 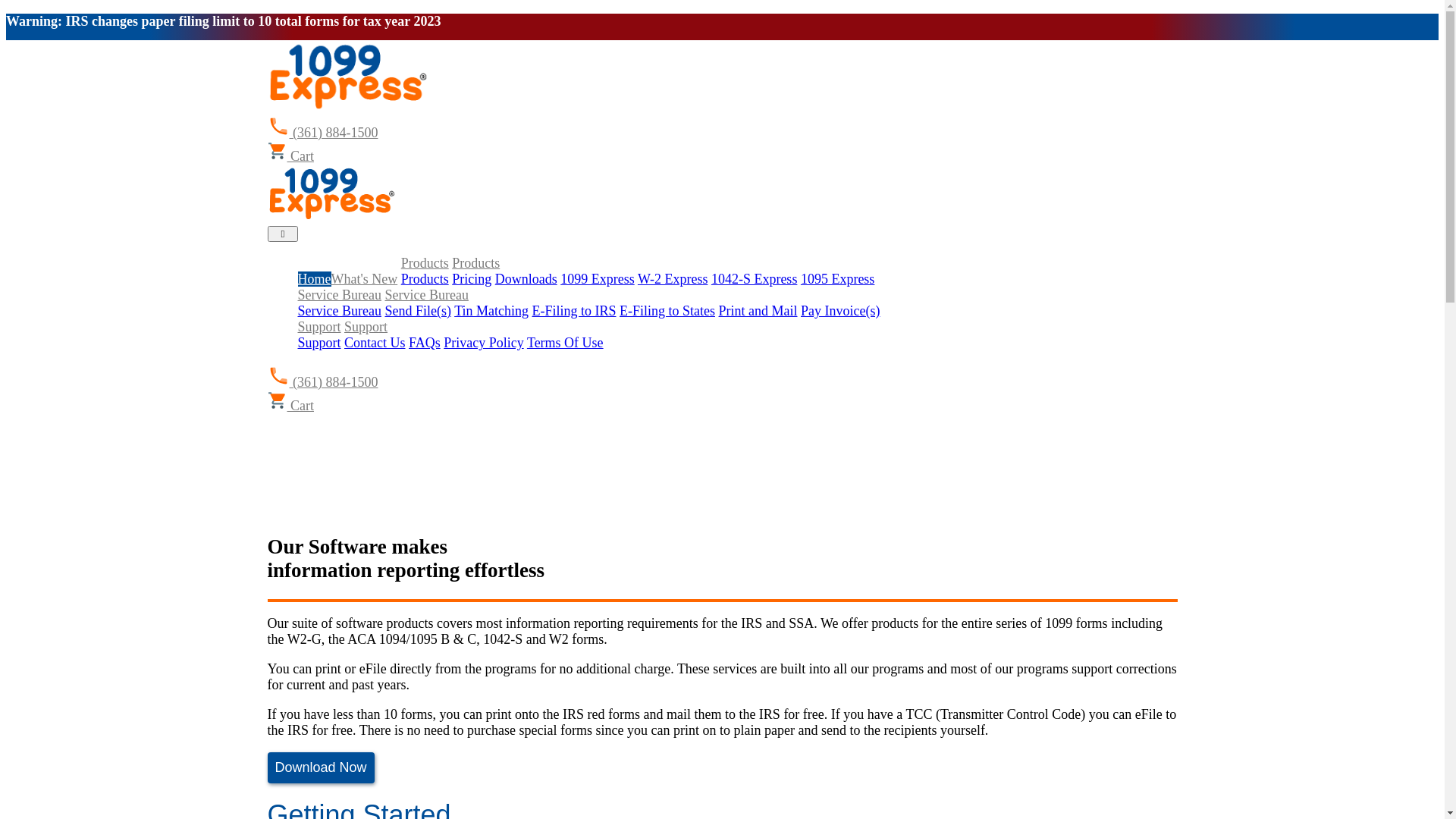 I want to click on '1042-S Express', so click(x=754, y=278).